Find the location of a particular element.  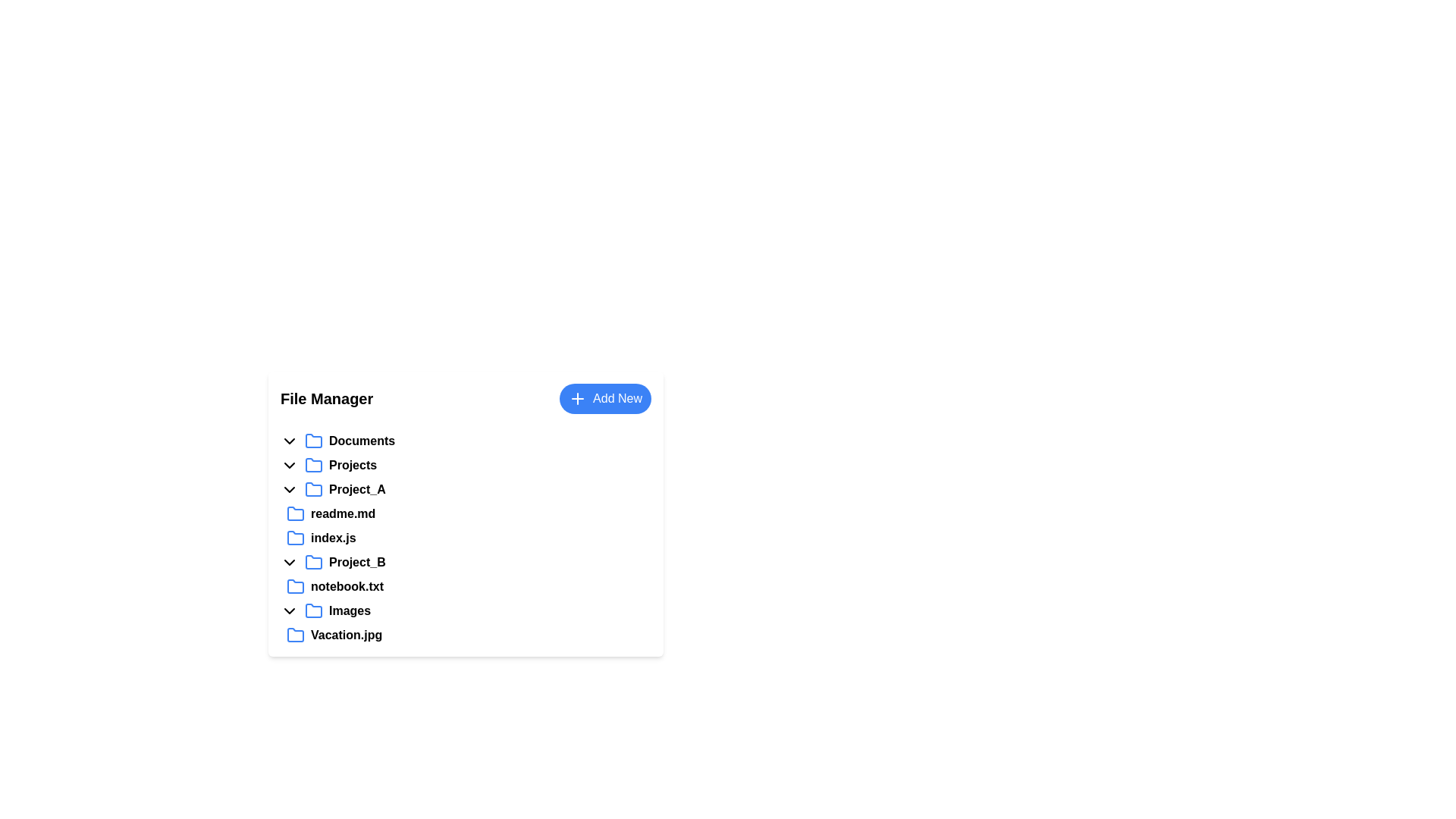

the folder icon with a blue outline that is positioned next to the 'Images' label is located at coordinates (295, 635).